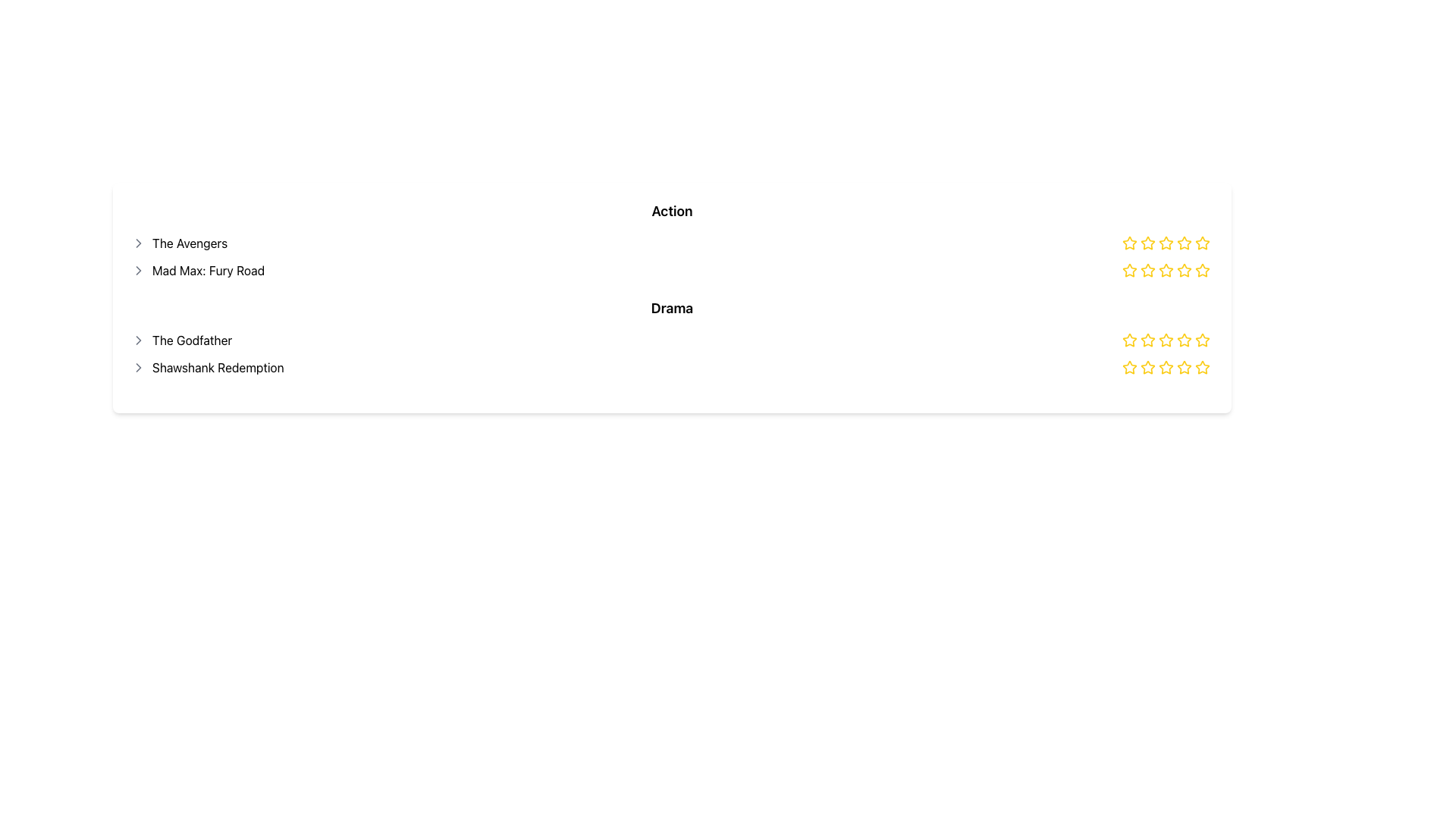 This screenshot has height=819, width=1456. What do you see at coordinates (1147, 368) in the screenshot?
I see `the third yellow star-shaped rating icon for the movie 'Shawshank Redemption' in the second row under the 'Drama' category` at bounding box center [1147, 368].